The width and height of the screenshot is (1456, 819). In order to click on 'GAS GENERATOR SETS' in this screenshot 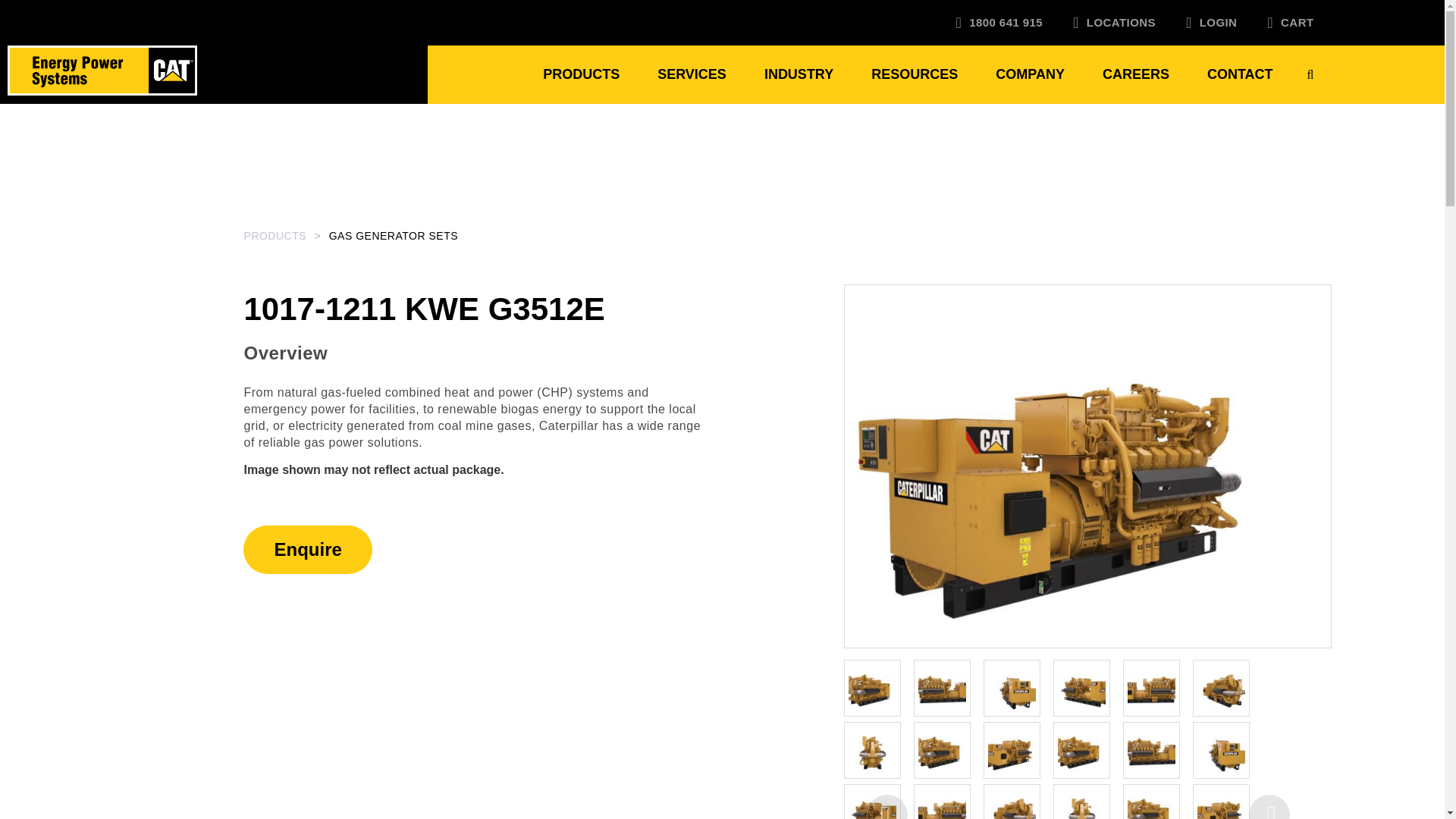, I will do `click(393, 236)`.